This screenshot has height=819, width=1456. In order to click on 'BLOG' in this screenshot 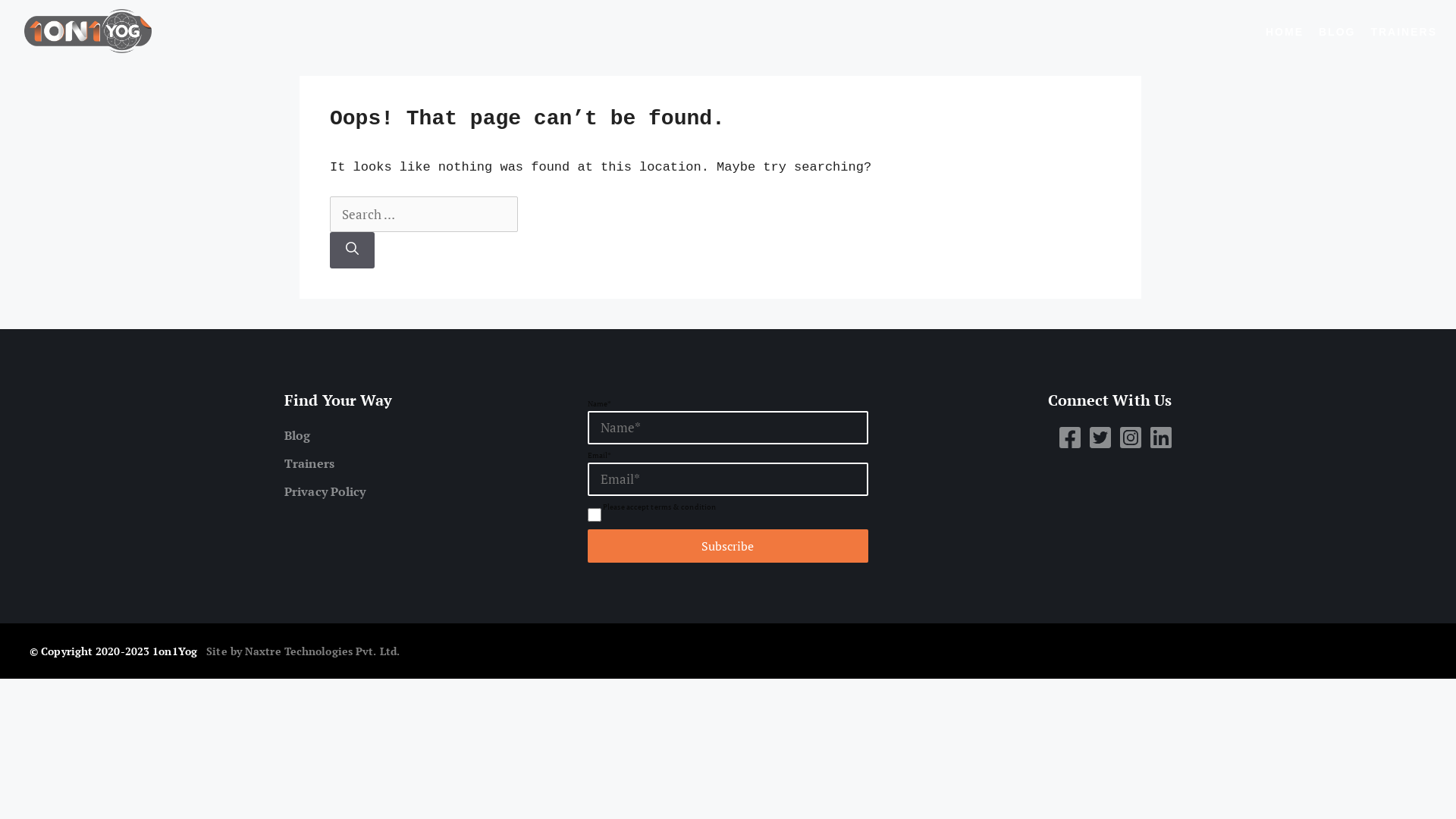, I will do `click(1336, 32)`.